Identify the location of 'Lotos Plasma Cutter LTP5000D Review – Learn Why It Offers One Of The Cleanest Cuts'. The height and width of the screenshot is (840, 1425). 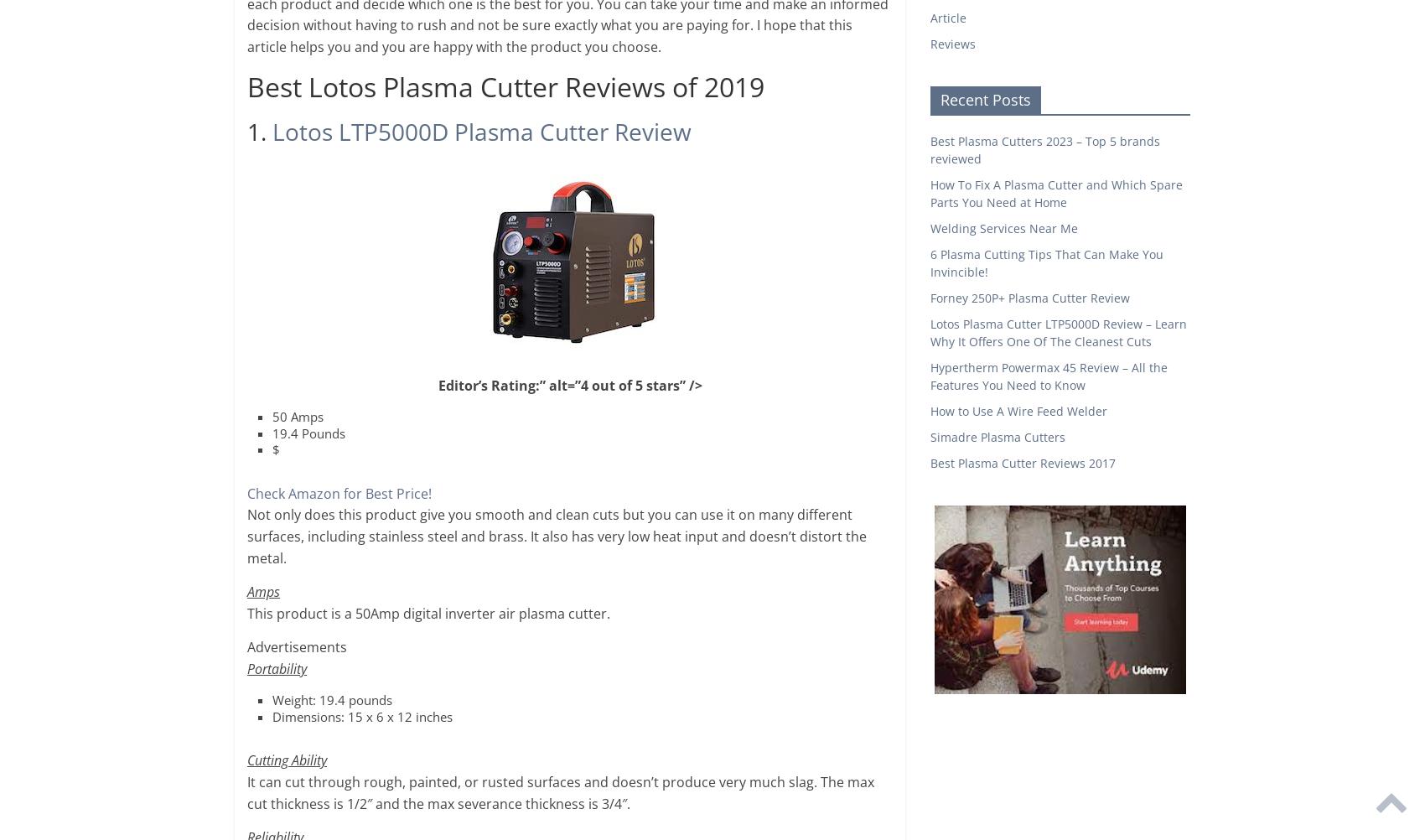
(1057, 332).